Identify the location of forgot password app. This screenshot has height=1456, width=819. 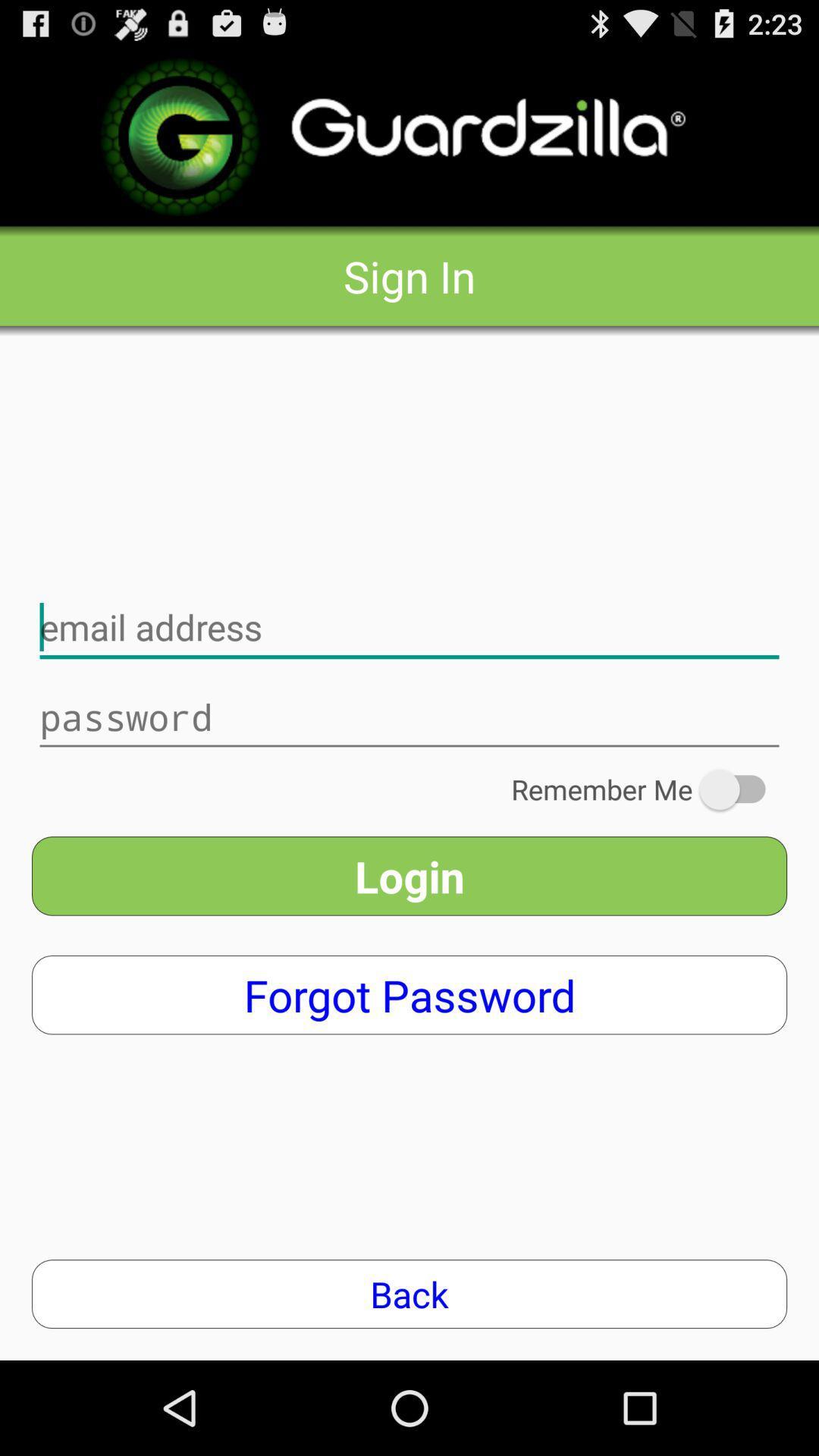
(409, 995).